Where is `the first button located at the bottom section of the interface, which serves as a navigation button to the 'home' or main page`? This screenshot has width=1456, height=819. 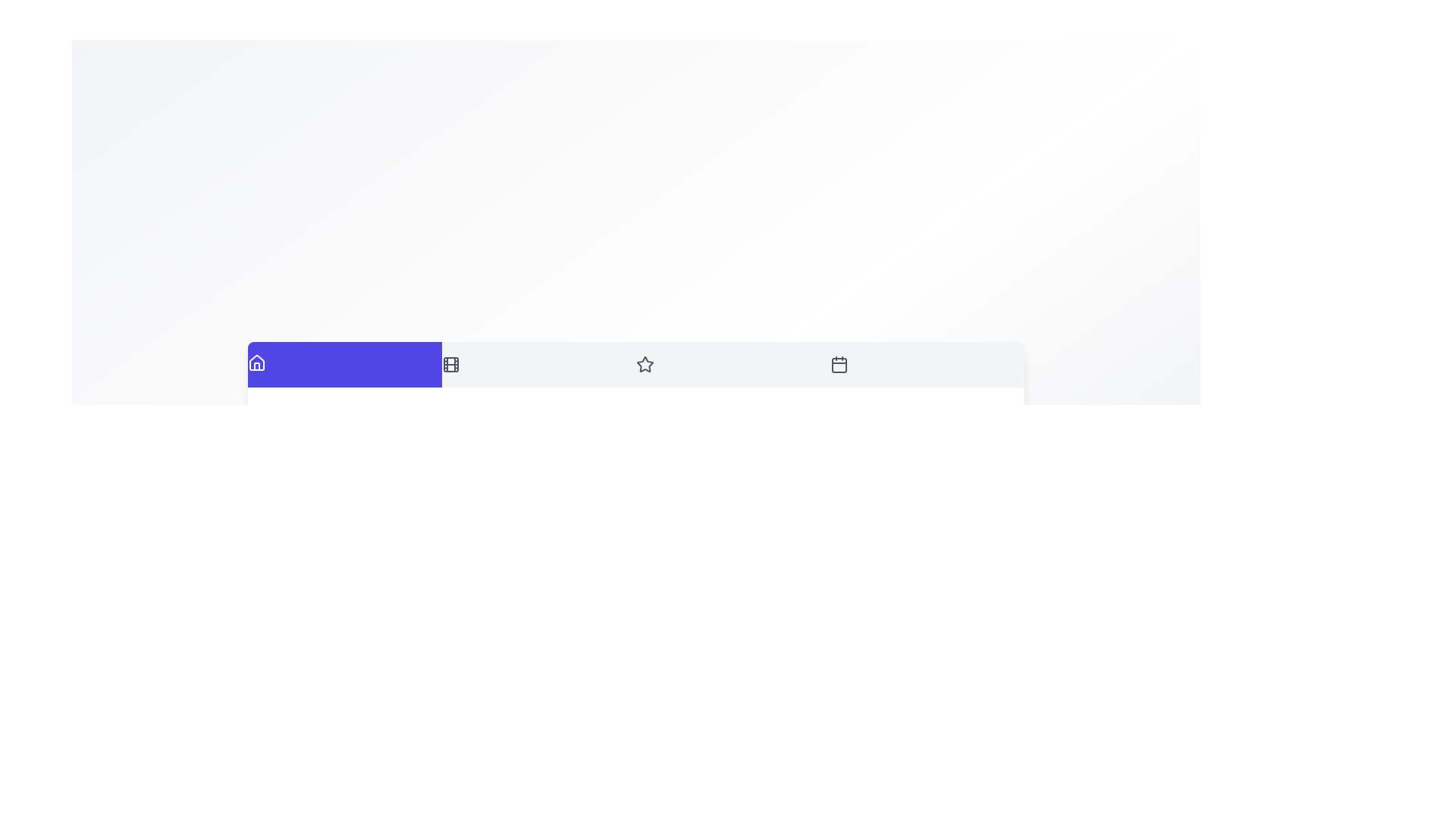
the first button located at the bottom section of the interface, which serves as a navigation button to the 'home' or main page is located at coordinates (344, 363).